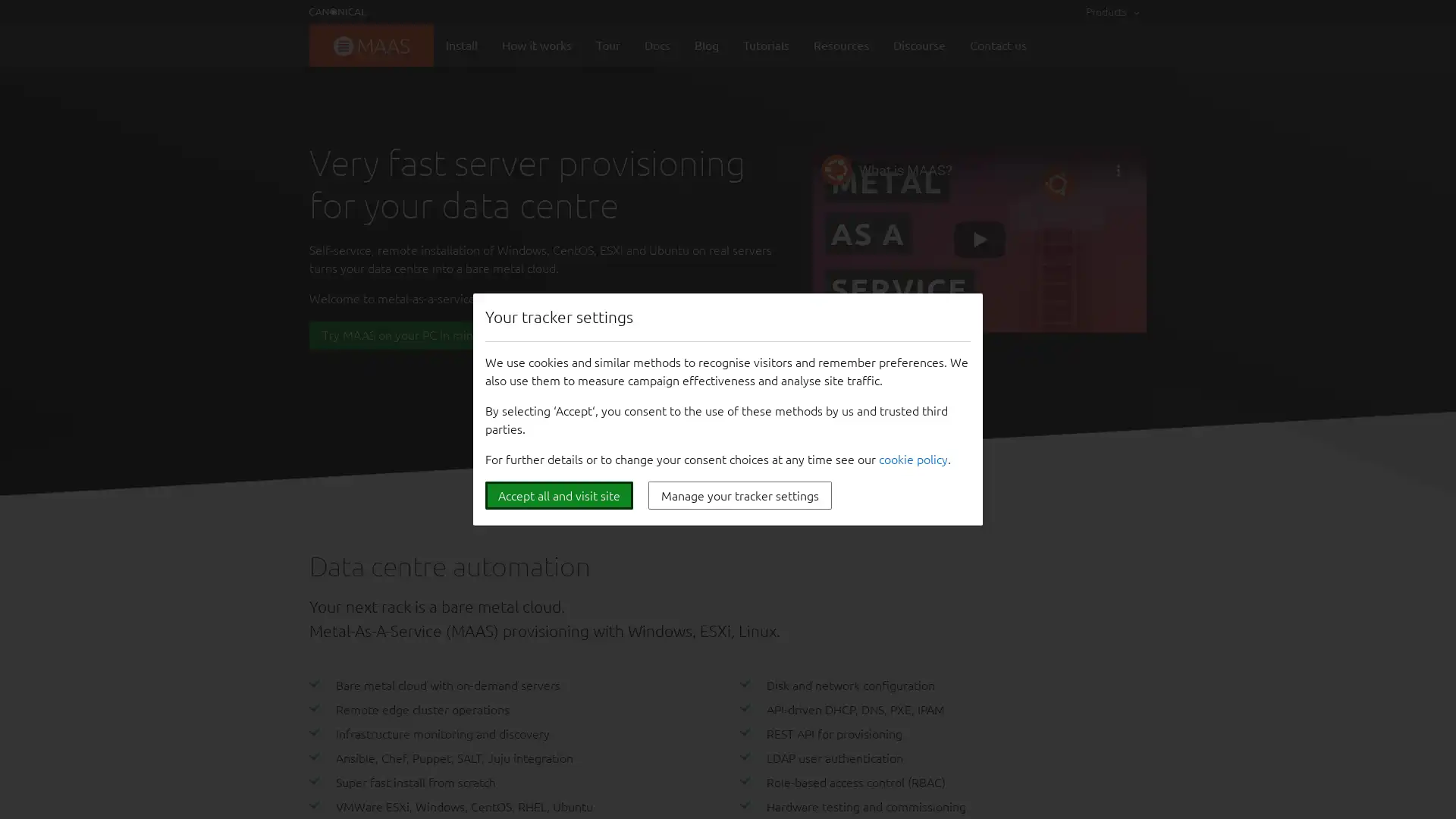 The height and width of the screenshot is (819, 1456). What do you see at coordinates (558, 495) in the screenshot?
I see `Accept all and visit site` at bounding box center [558, 495].